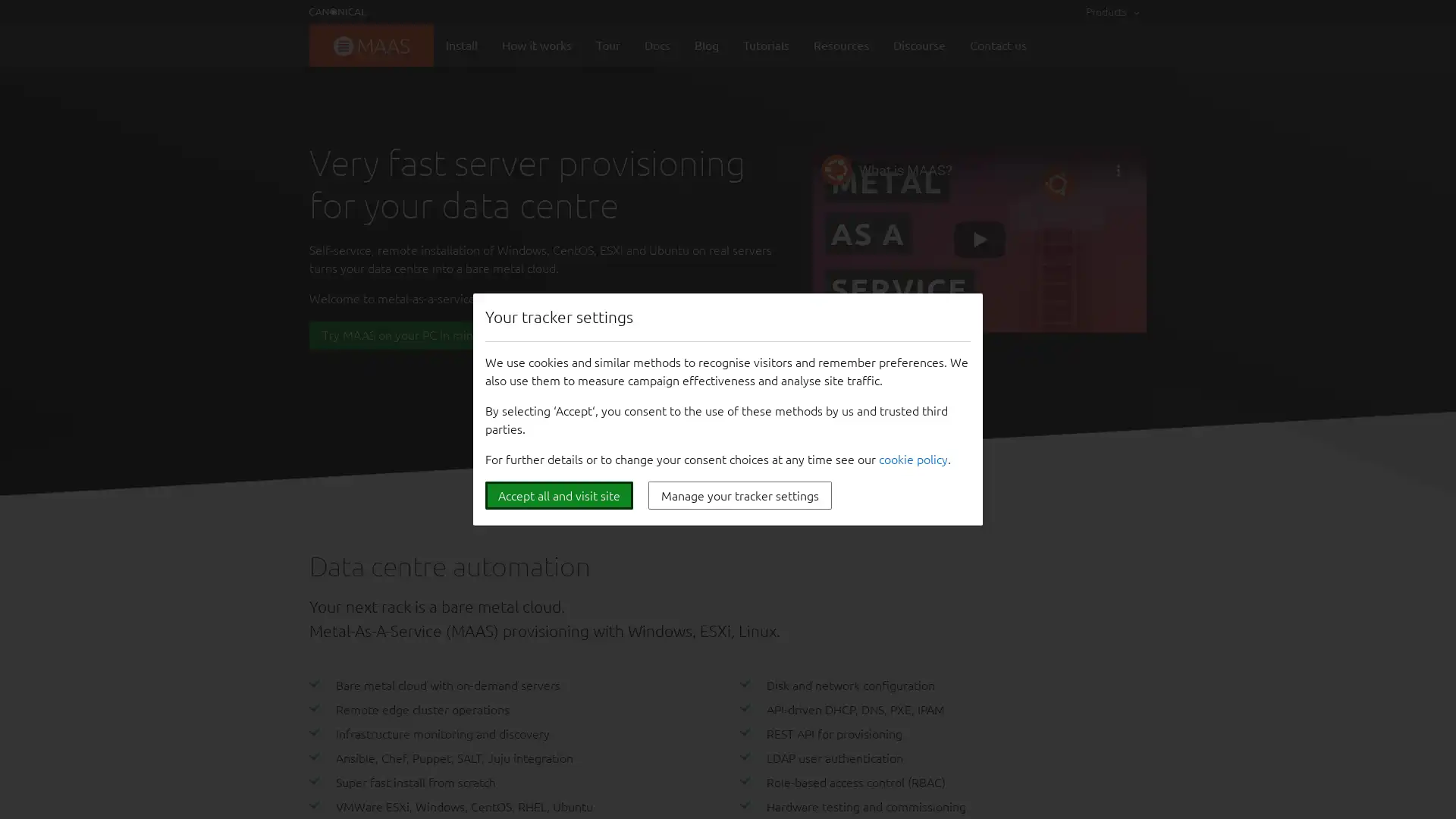 The height and width of the screenshot is (819, 1456). What do you see at coordinates (558, 495) in the screenshot?
I see `Accept all and visit site` at bounding box center [558, 495].